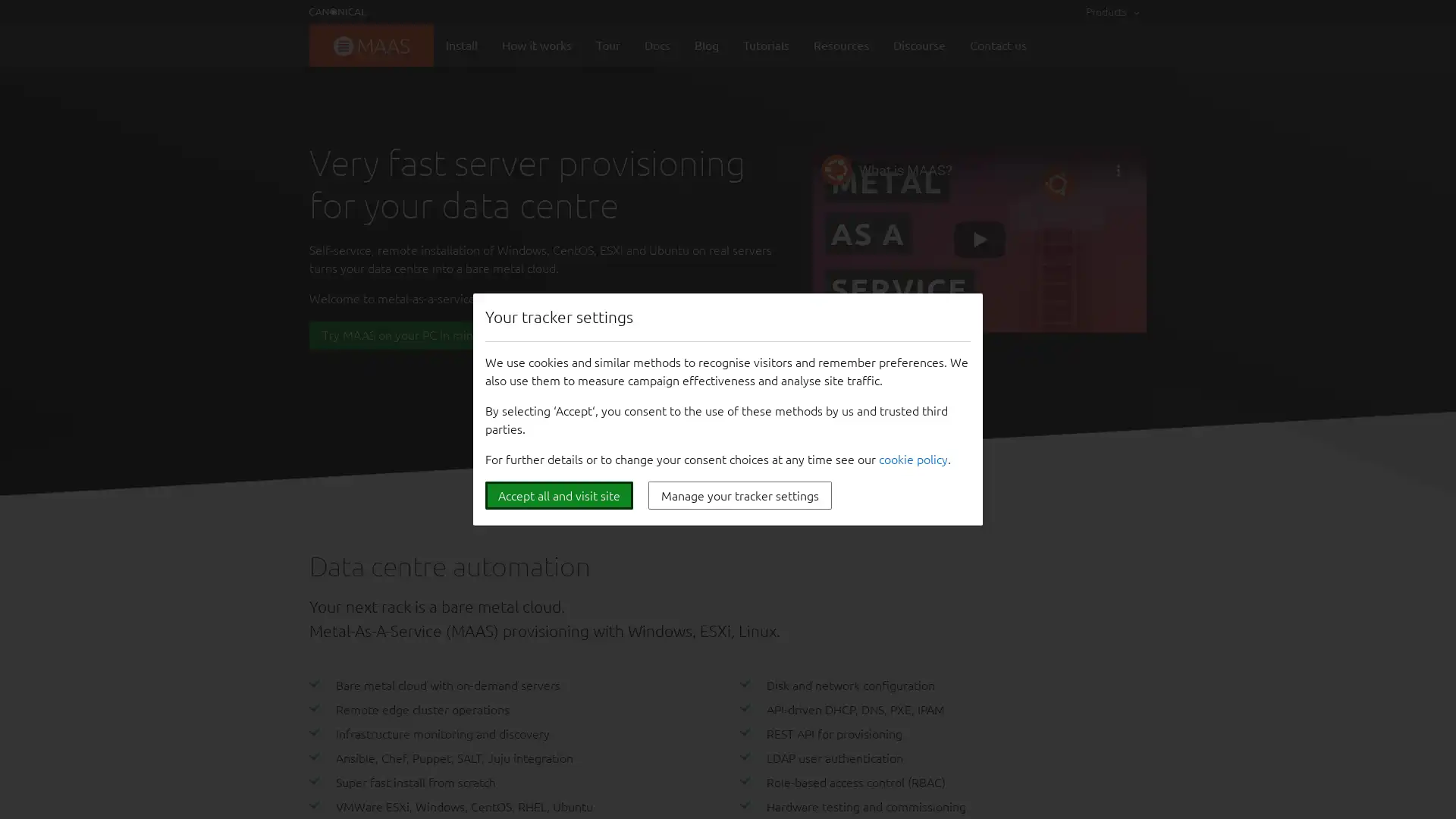 The height and width of the screenshot is (819, 1456). What do you see at coordinates (558, 495) in the screenshot?
I see `Accept all and visit site` at bounding box center [558, 495].